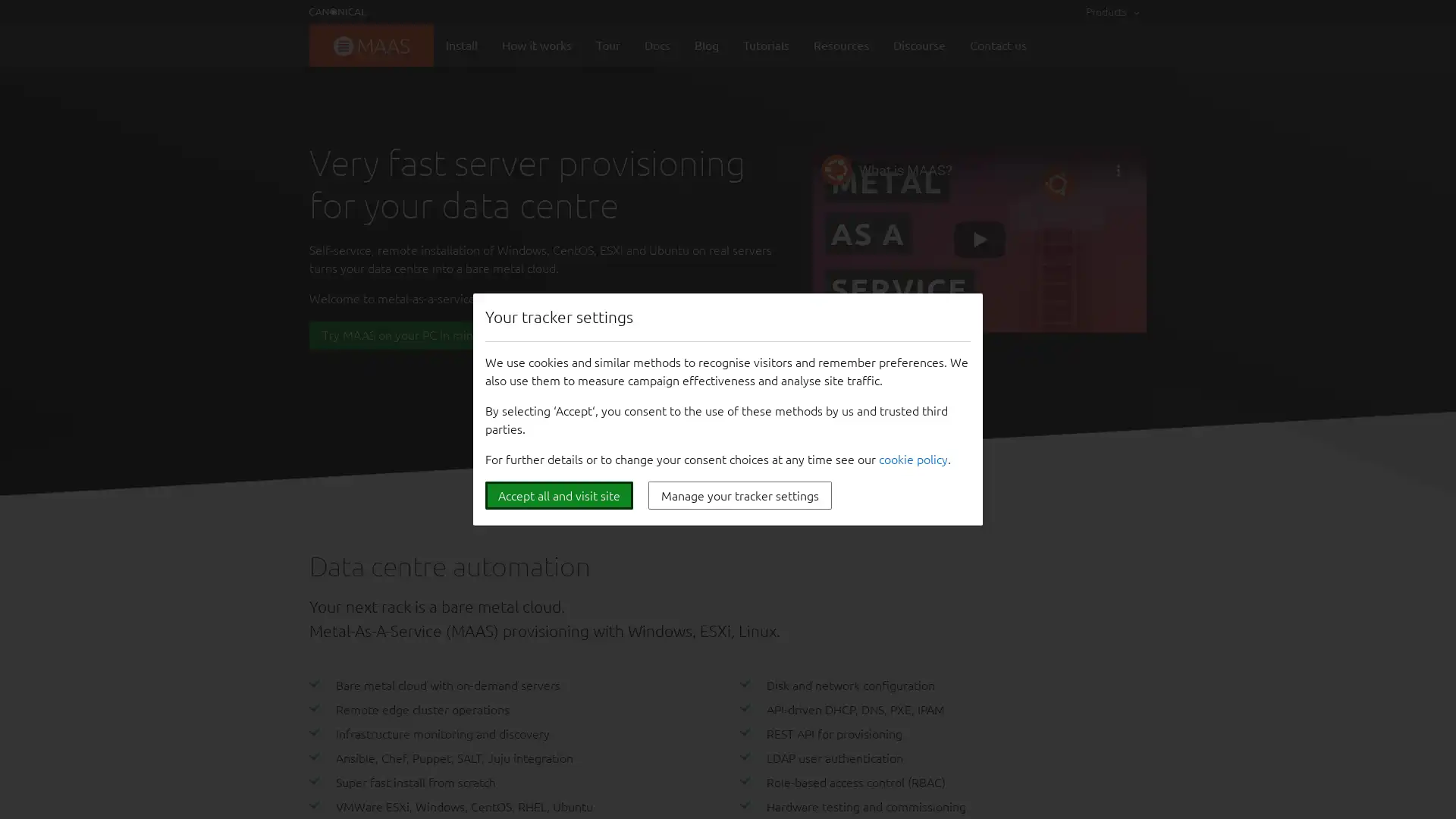 The height and width of the screenshot is (819, 1456). What do you see at coordinates (558, 495) in the screenshot?
I see `Accept all and visit site` at bounding box center [558, 495].